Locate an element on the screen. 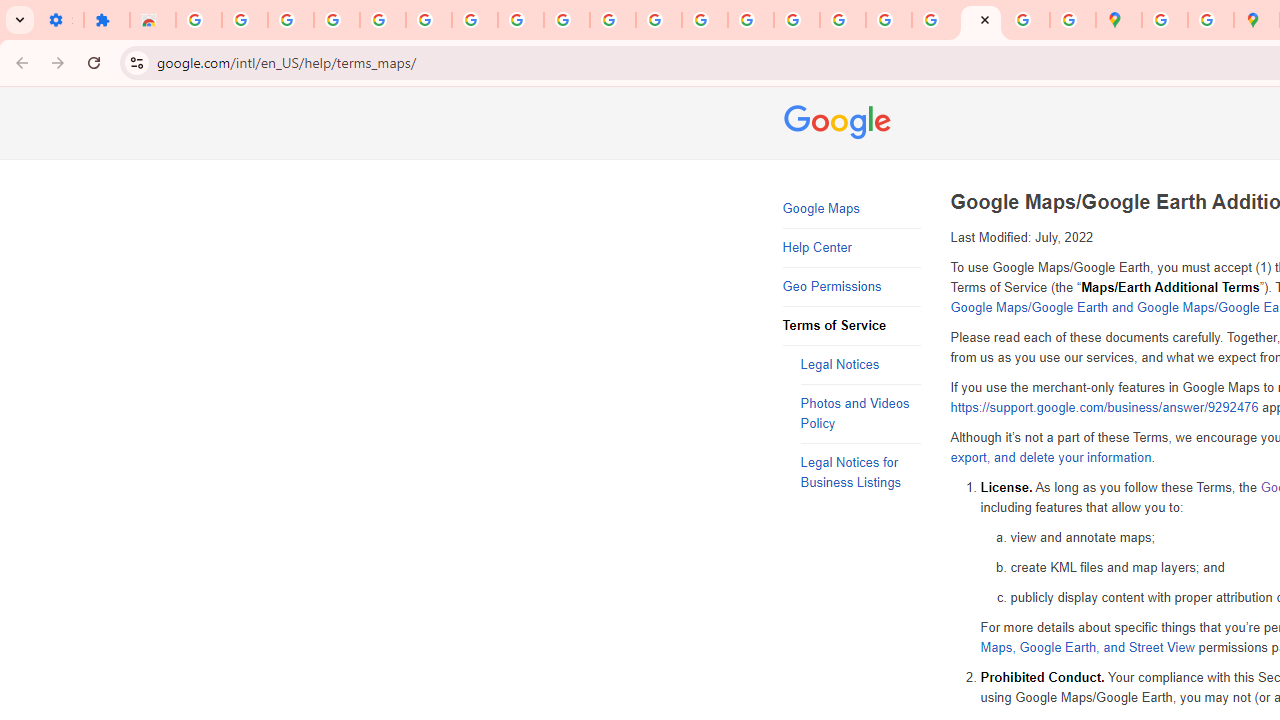 This screenshot has height=720, width=1280. 'Reviews: Helix Fruit Jump Arcade Game' is located at coordinates (152, 20).